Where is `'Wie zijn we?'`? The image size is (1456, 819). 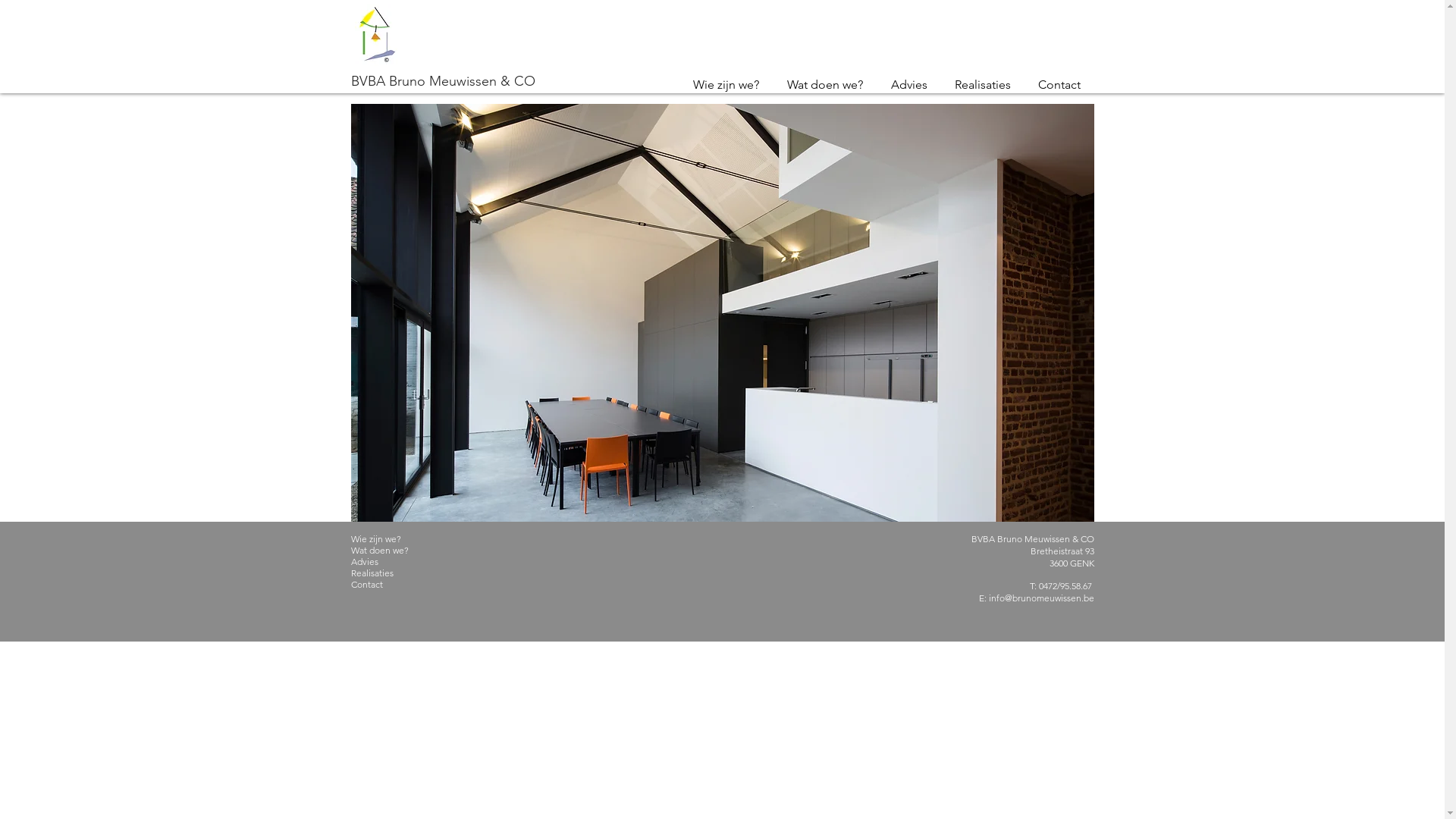
'Wie zijn we?' is located at coordinates (400, 538).